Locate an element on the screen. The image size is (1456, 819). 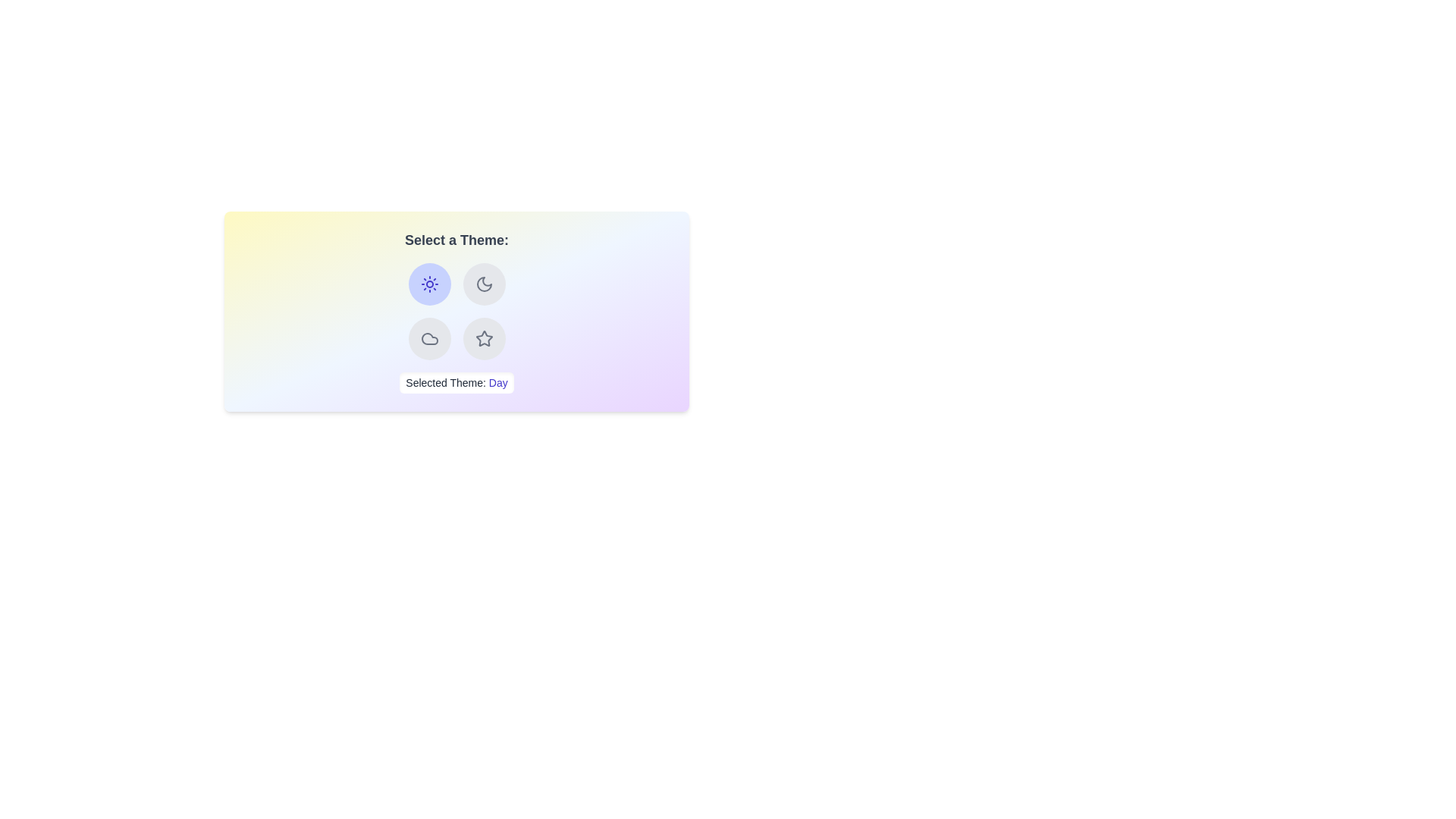
the text displaying the current theme description, which is located below the theme selection buttons is located at coordinates (456, 382).